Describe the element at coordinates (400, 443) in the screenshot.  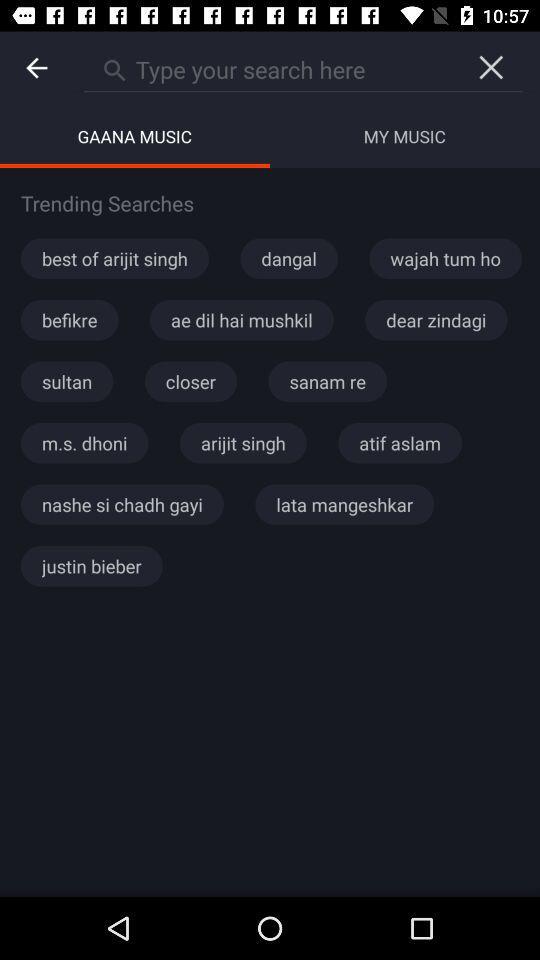
I see `atif aslam icon` at that location.